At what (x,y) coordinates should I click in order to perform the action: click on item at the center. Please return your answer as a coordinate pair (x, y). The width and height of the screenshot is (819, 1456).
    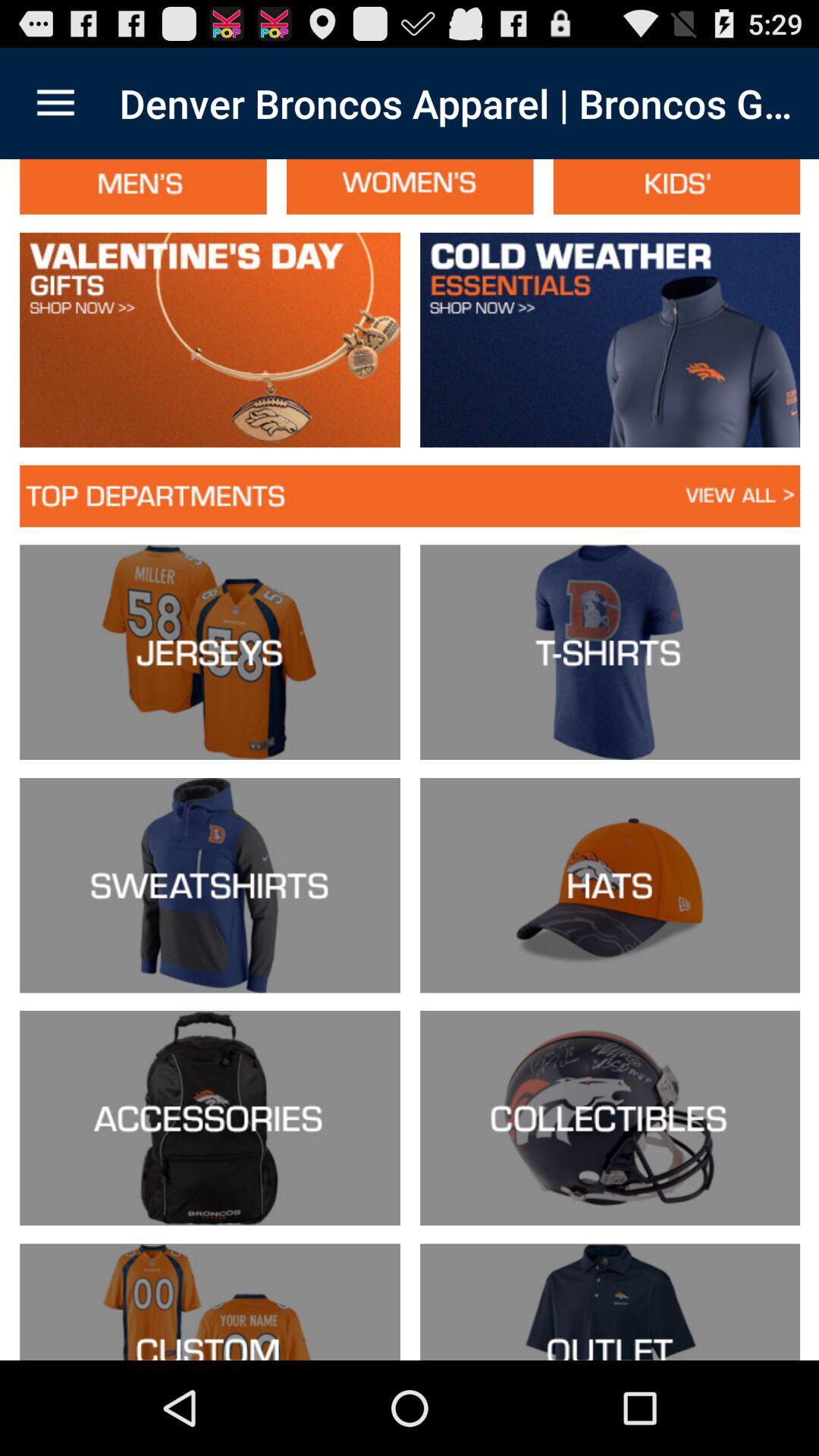
    Looking at the image, I should click on (409, 760).